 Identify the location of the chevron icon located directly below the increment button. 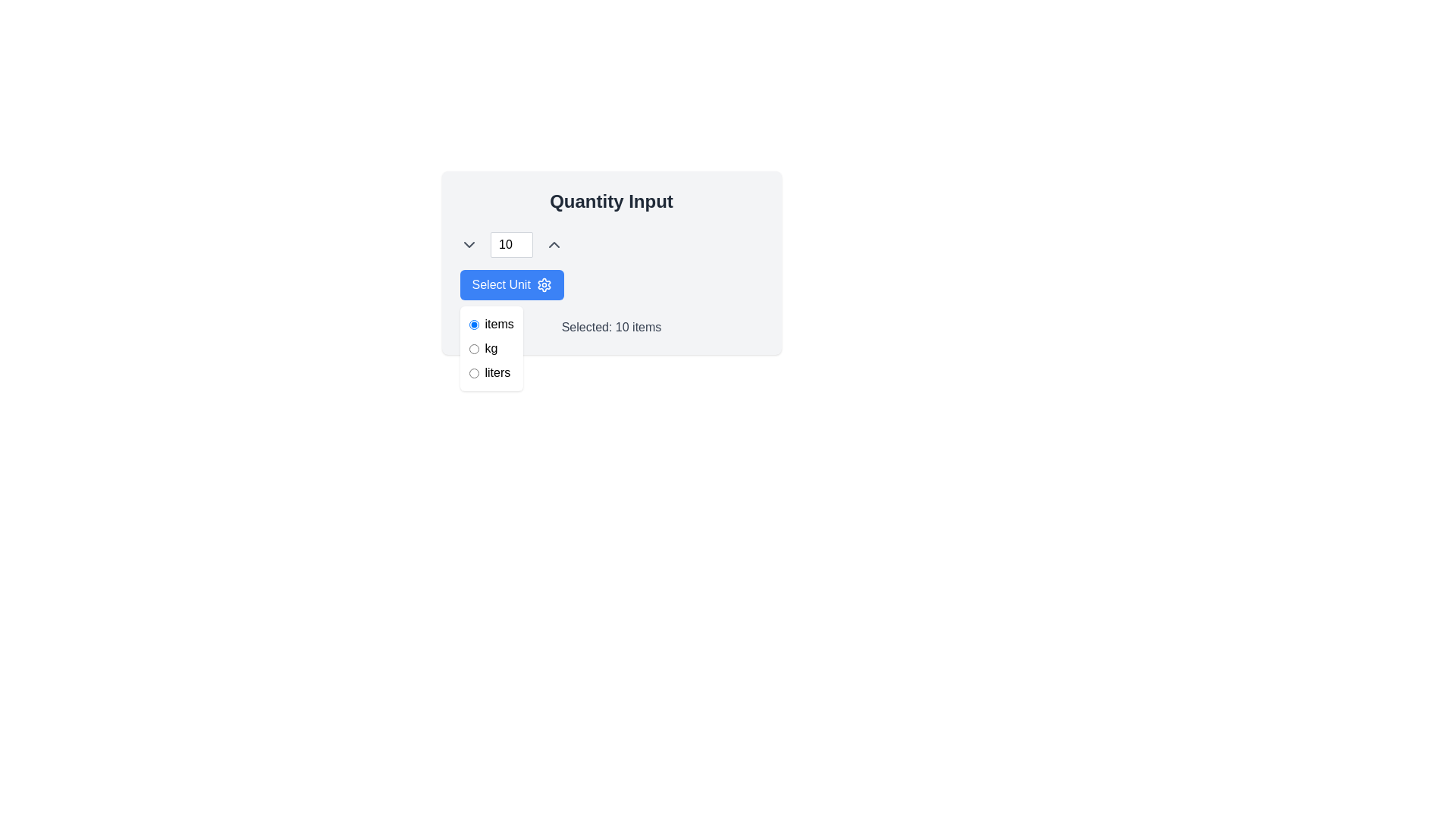
(553, 244).